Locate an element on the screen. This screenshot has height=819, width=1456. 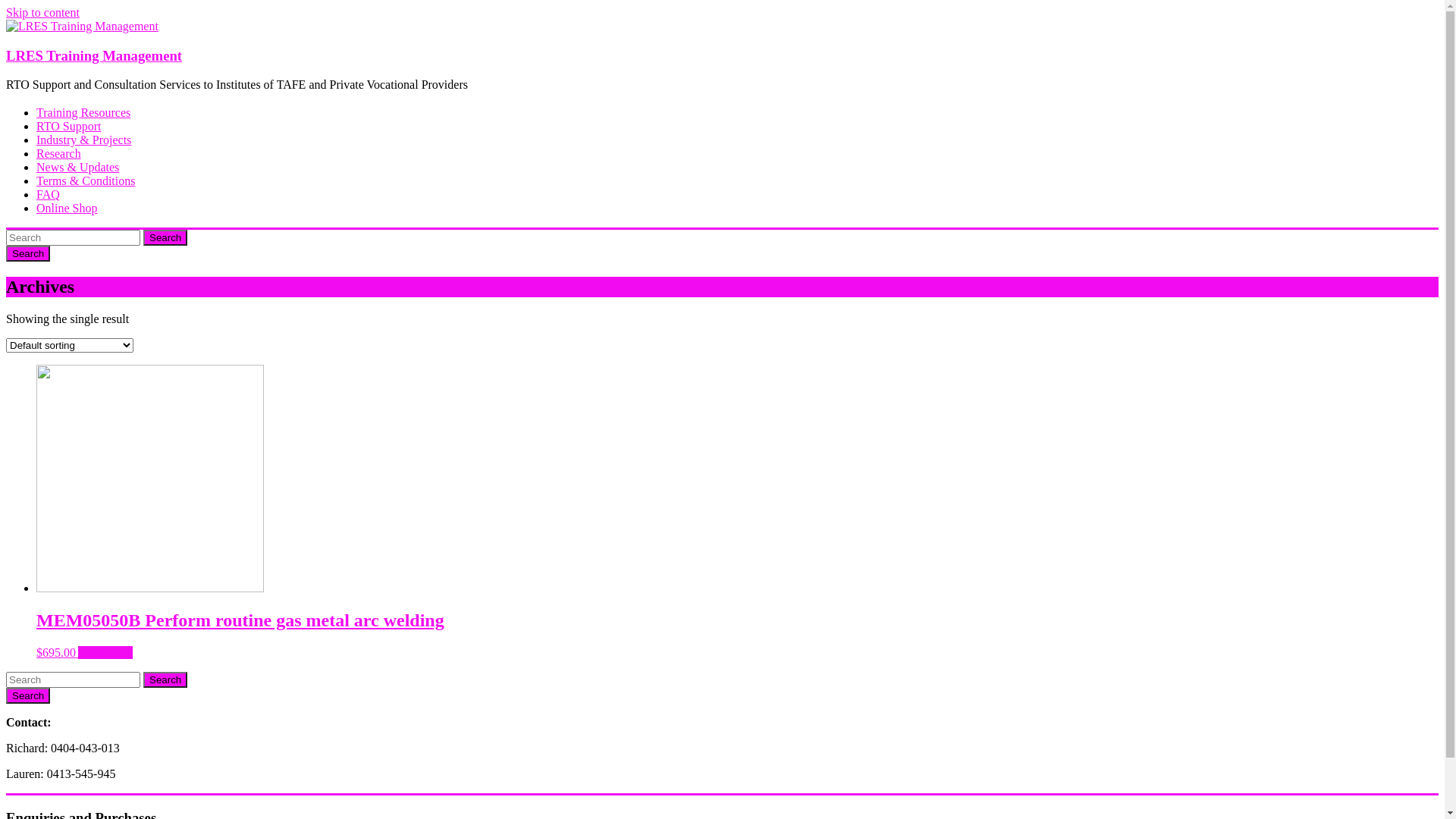
'MEM05050B Perform routine gas metal arc welding is located at coordinates (737, 620).